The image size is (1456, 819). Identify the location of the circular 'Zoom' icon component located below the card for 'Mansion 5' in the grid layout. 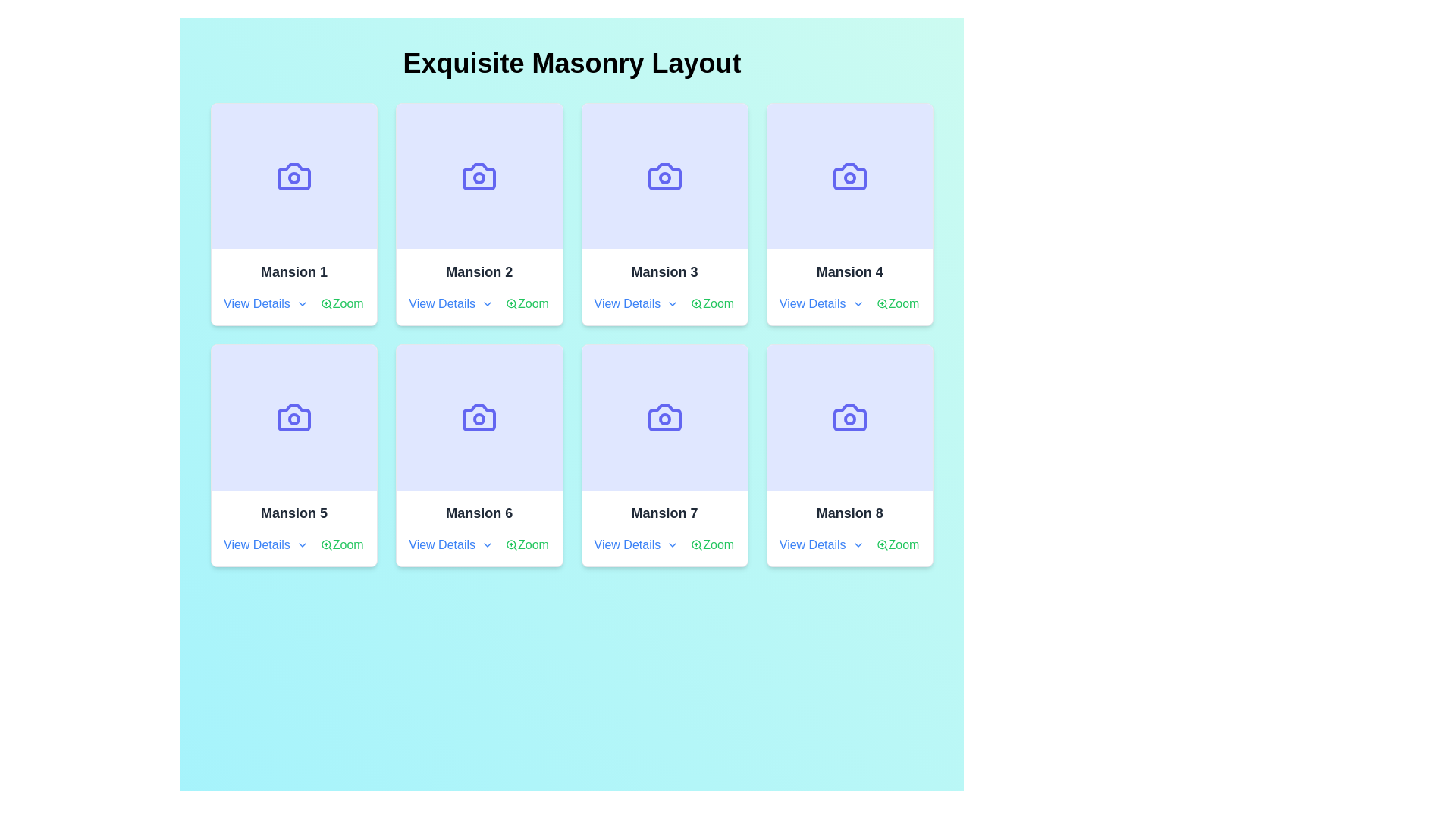
(325, 544).